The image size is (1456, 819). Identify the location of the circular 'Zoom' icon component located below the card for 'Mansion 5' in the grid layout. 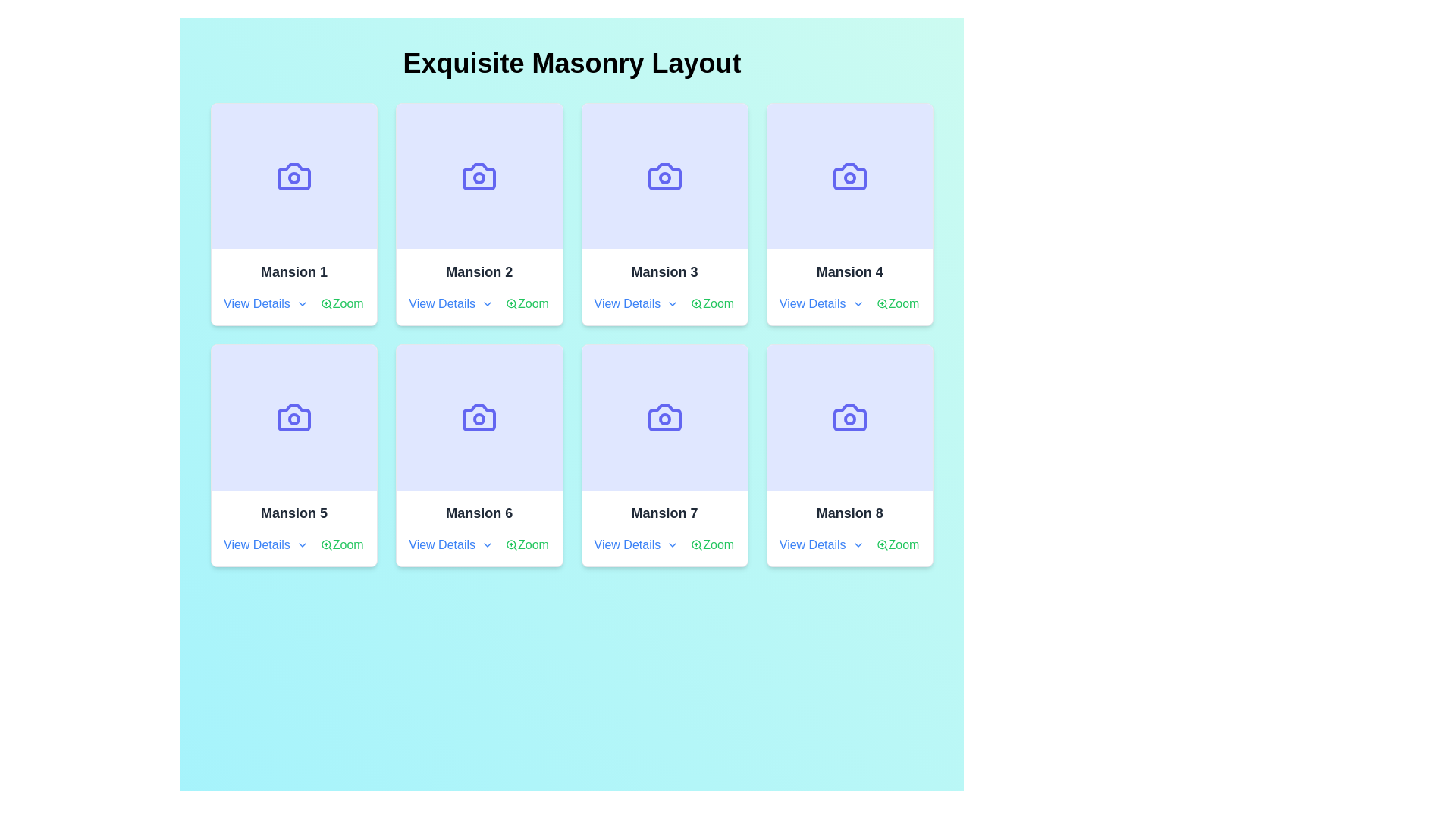
(325, 544).